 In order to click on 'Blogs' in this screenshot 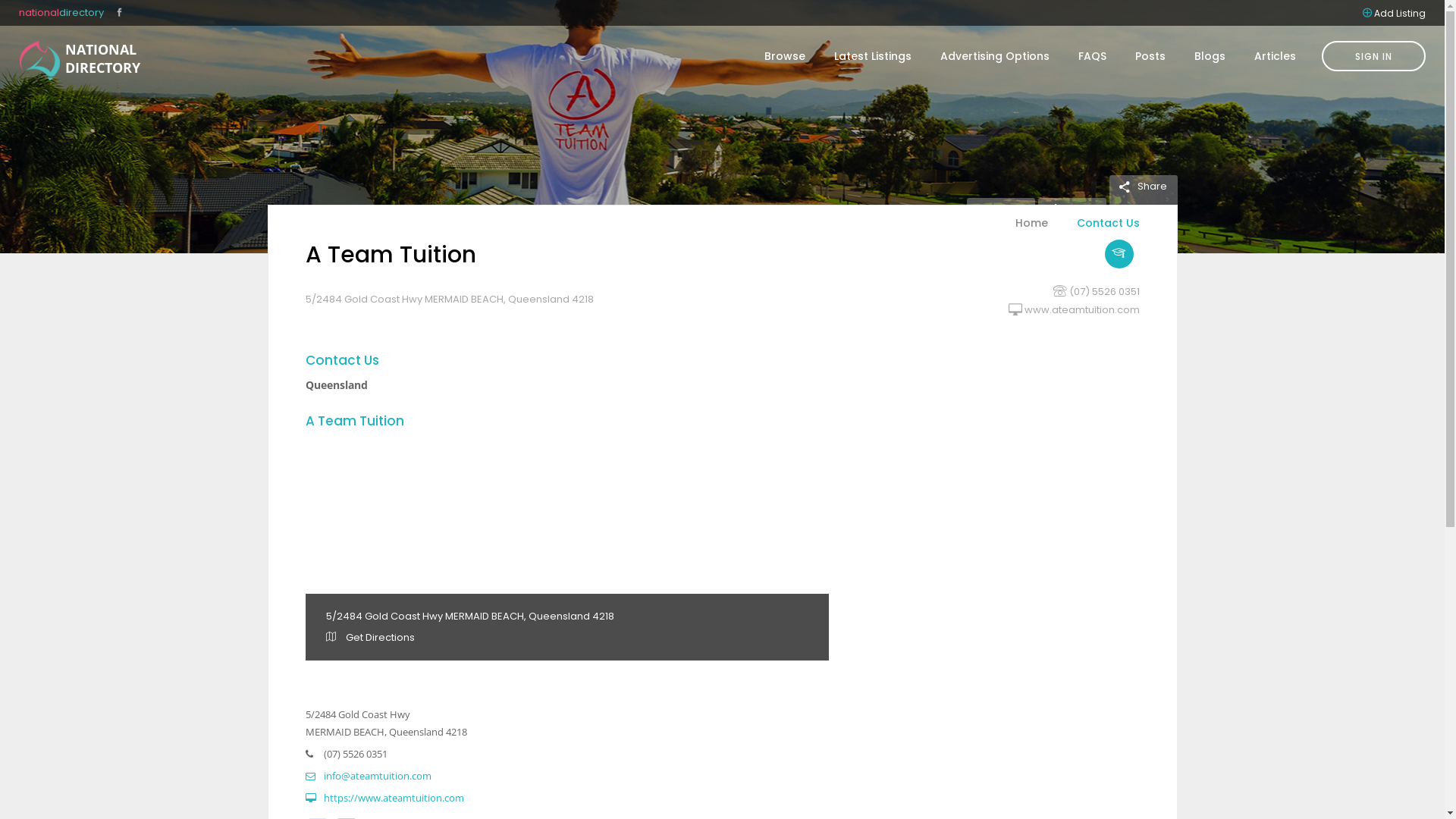, I will do `click(1209, 55)`.